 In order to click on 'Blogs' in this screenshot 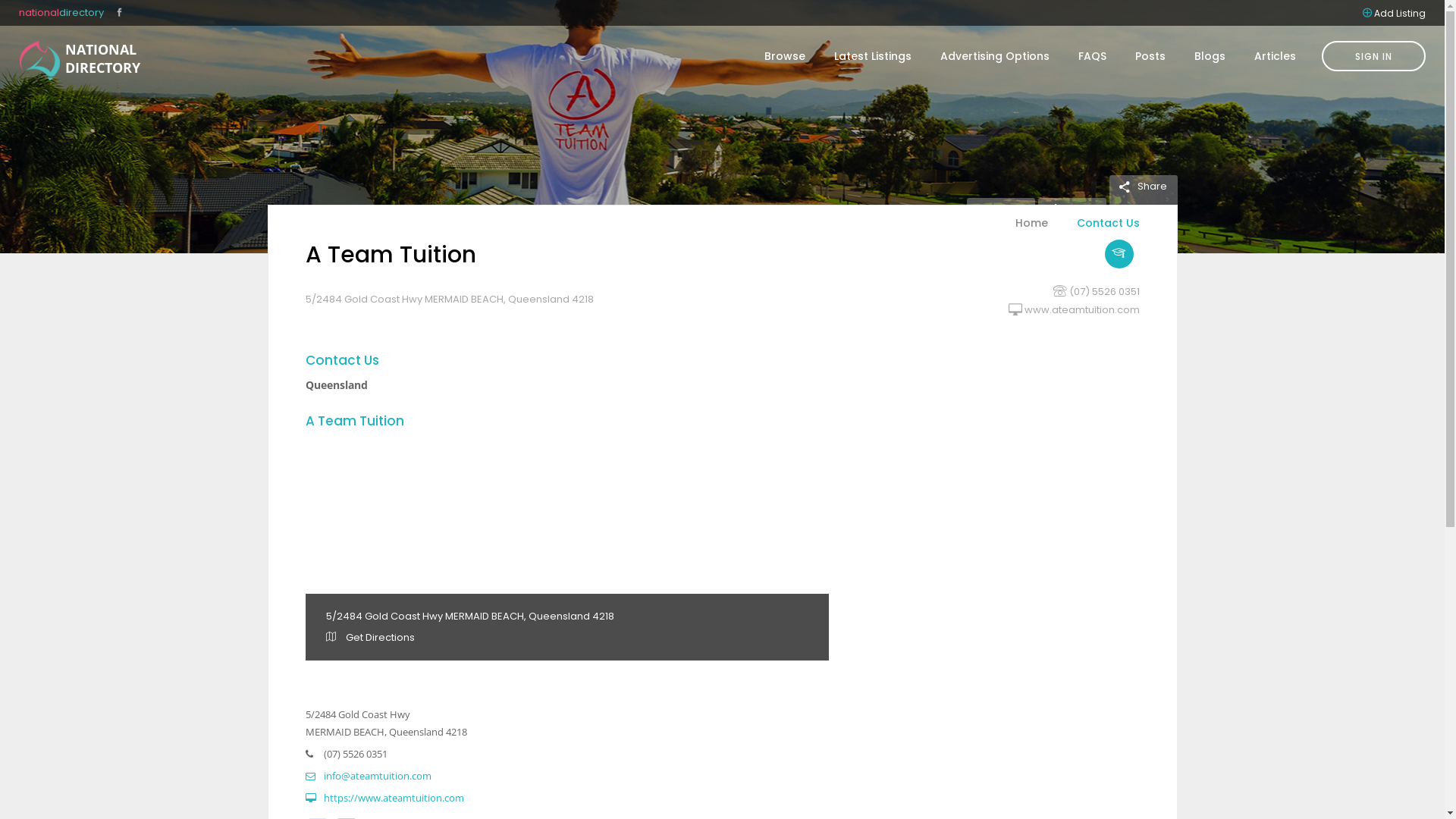, I will do `click(1209, 55)`.